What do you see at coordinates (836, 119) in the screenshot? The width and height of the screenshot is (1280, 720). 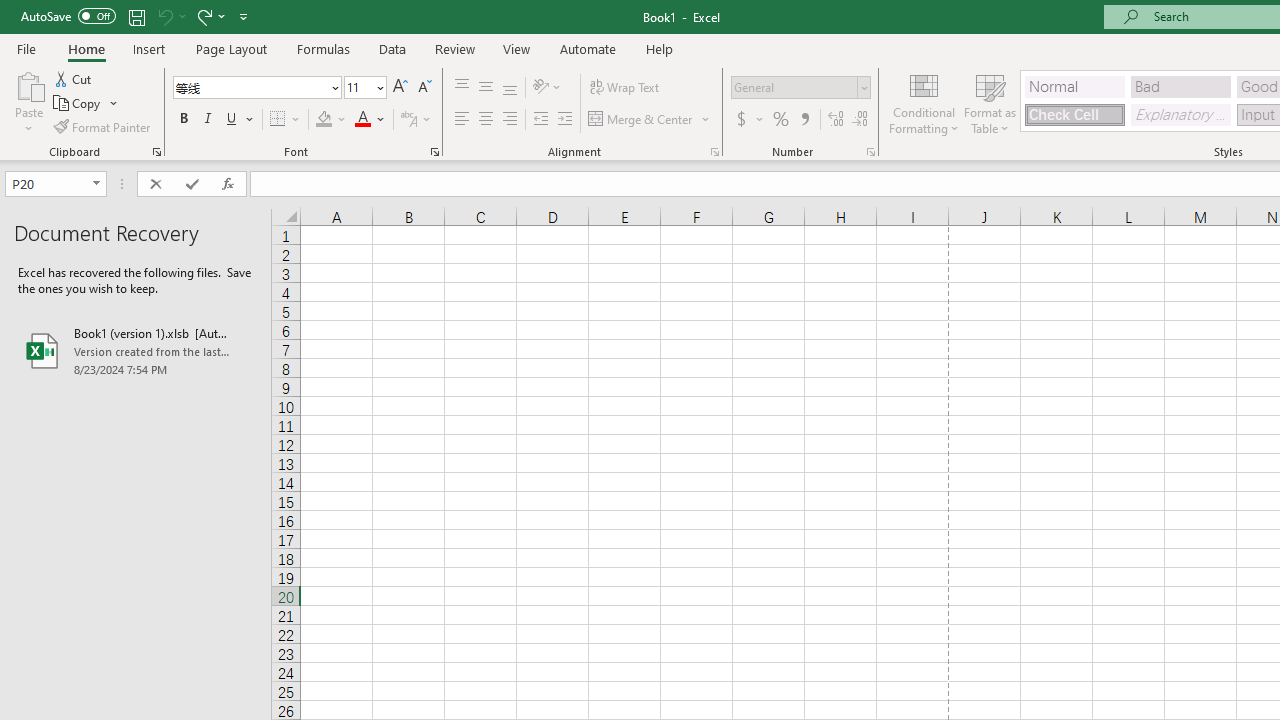 I see `'Increase Decimal'` at bounding box center [836, 119].